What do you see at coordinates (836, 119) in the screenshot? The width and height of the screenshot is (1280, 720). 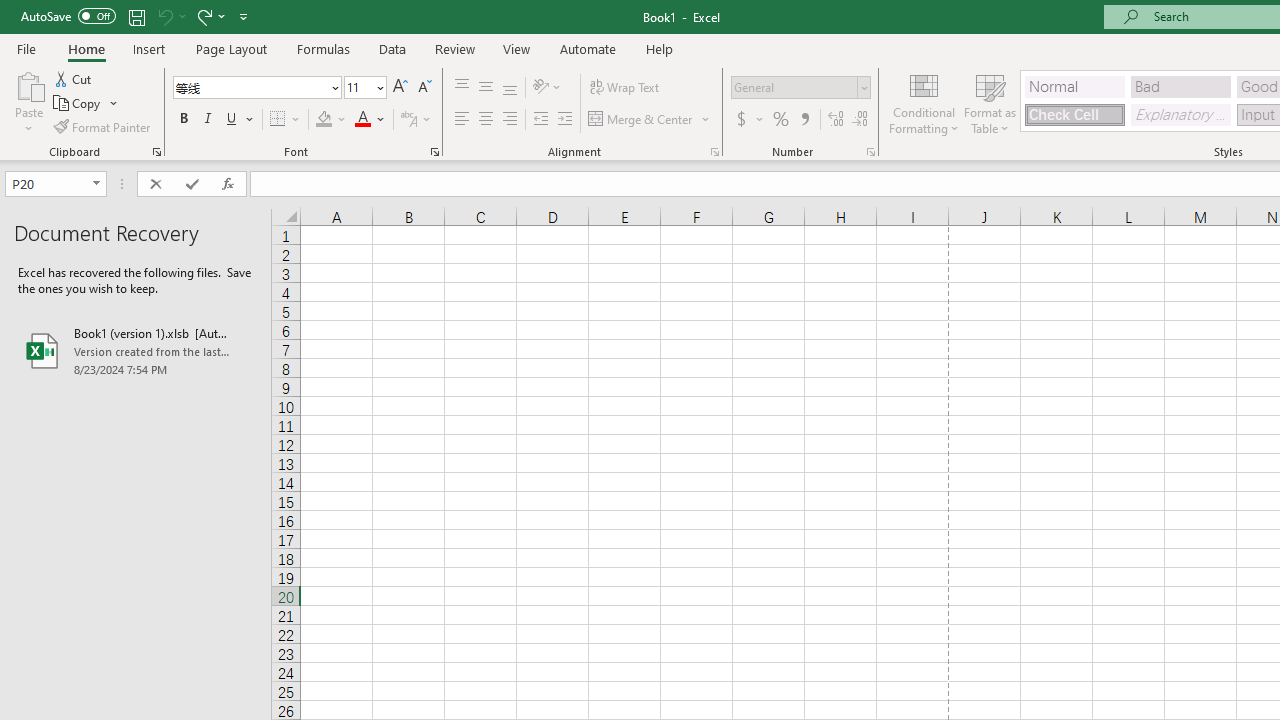 I see `'Increase Decimal'` at bounding box center [836, 119].